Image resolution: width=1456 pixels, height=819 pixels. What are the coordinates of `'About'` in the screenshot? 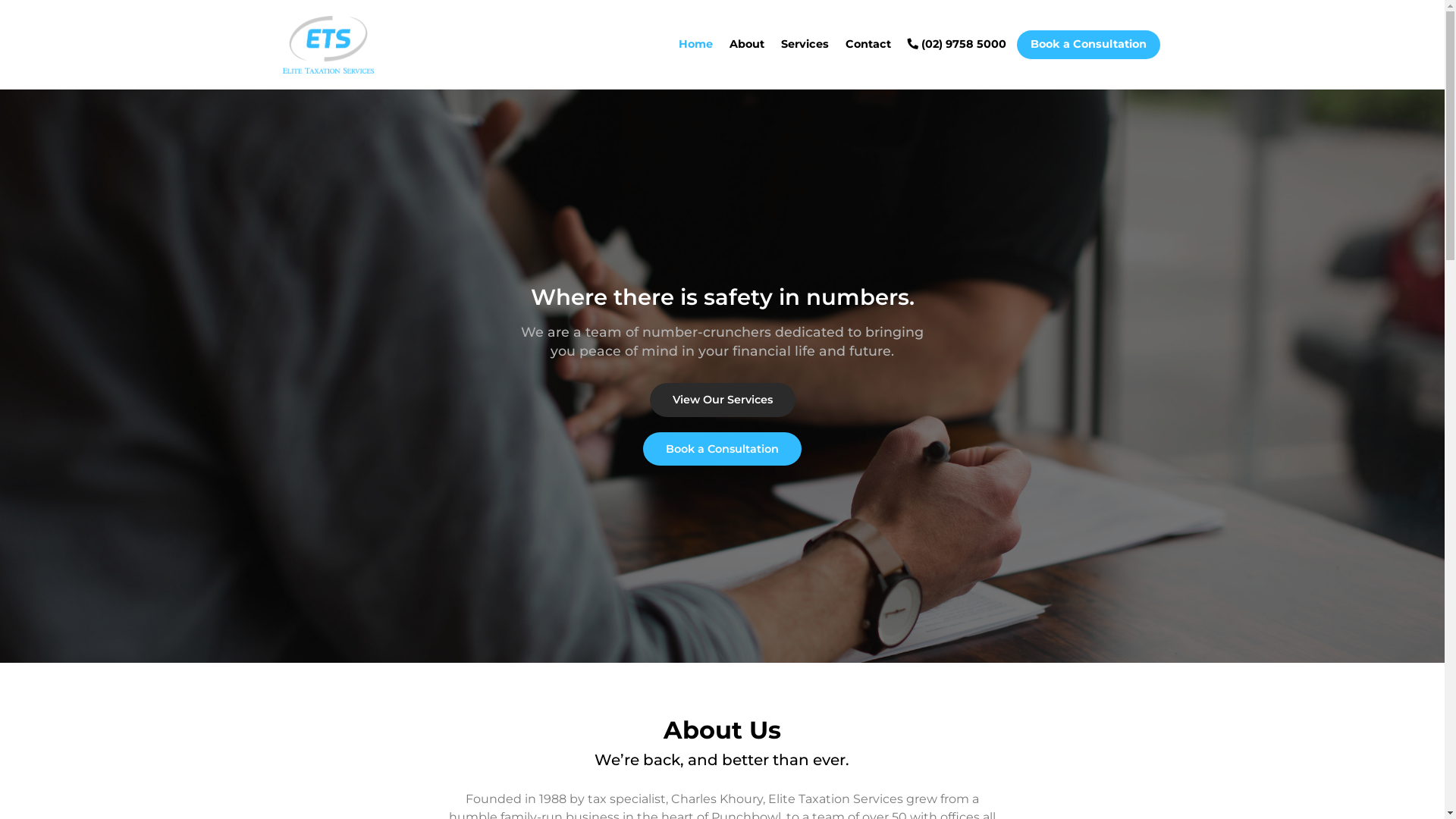 It's located at (746, 43).